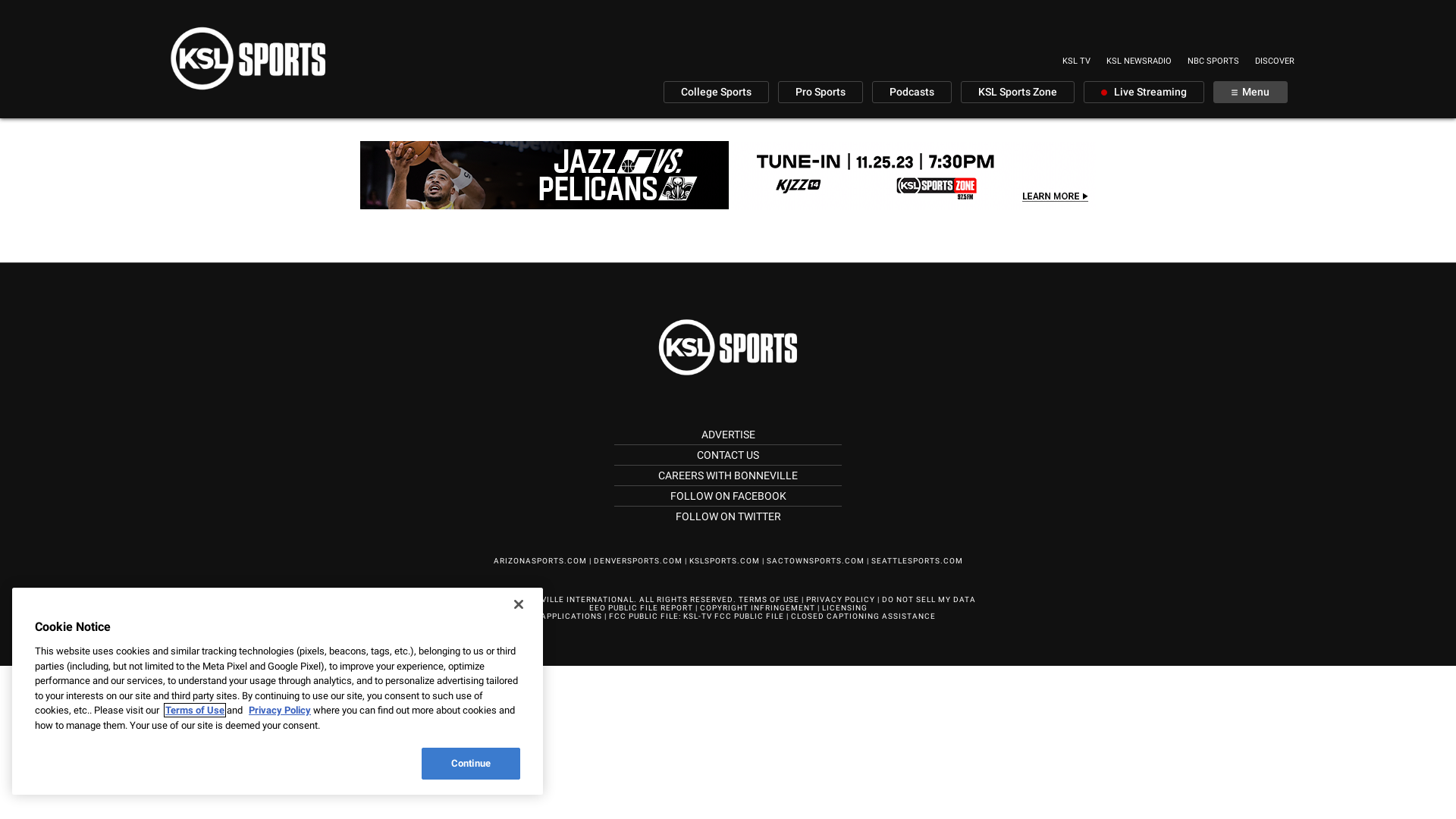  What do you see at coordinates (733, 616) in the screenshot?
I see `'KSL-TV FCC PUBLIC FILE'` at bounding box center [733, 616].